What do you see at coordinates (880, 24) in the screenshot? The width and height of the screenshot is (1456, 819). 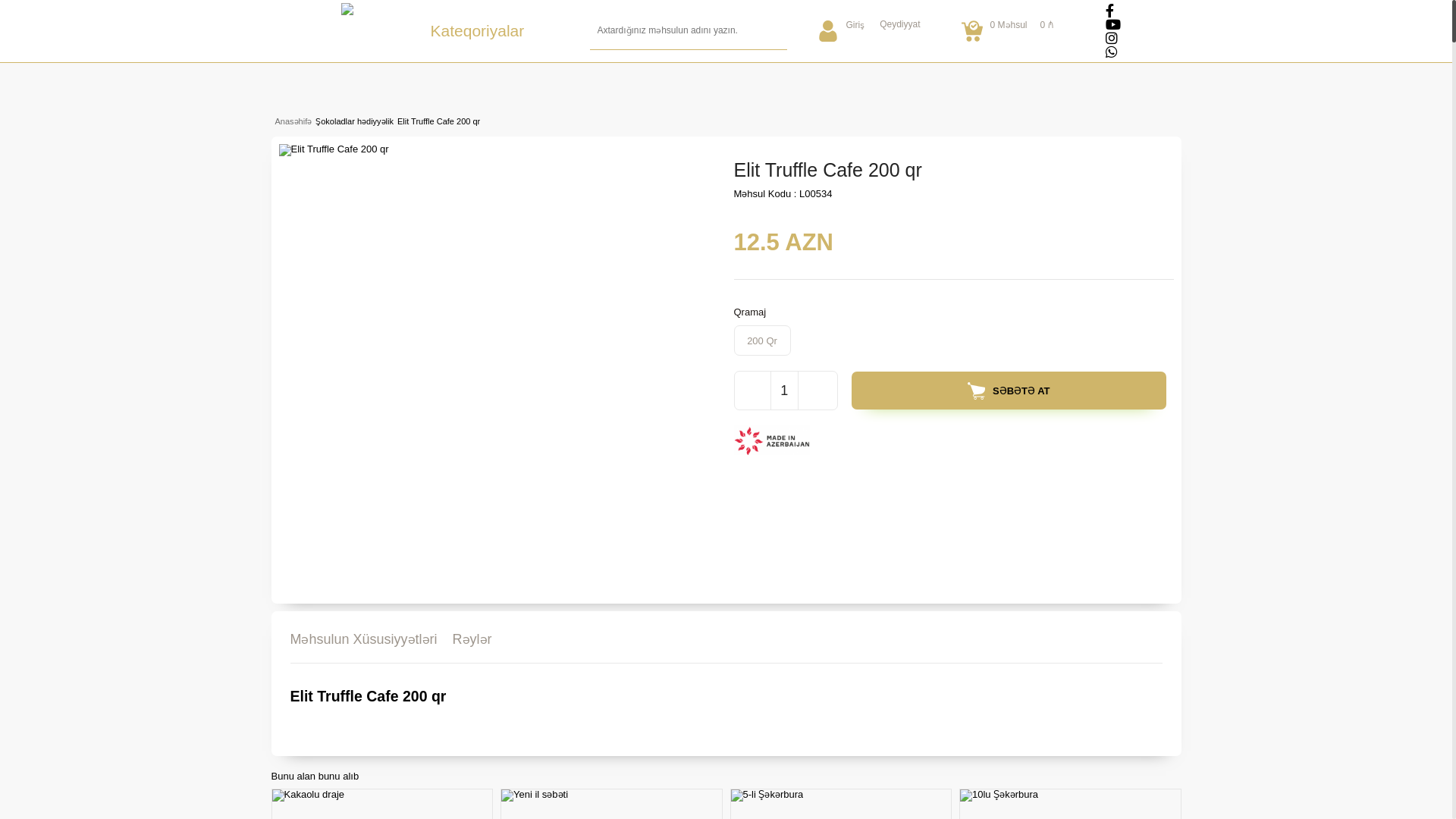 I see `'Qeydiyyat'` at bounding box center [880, 24].